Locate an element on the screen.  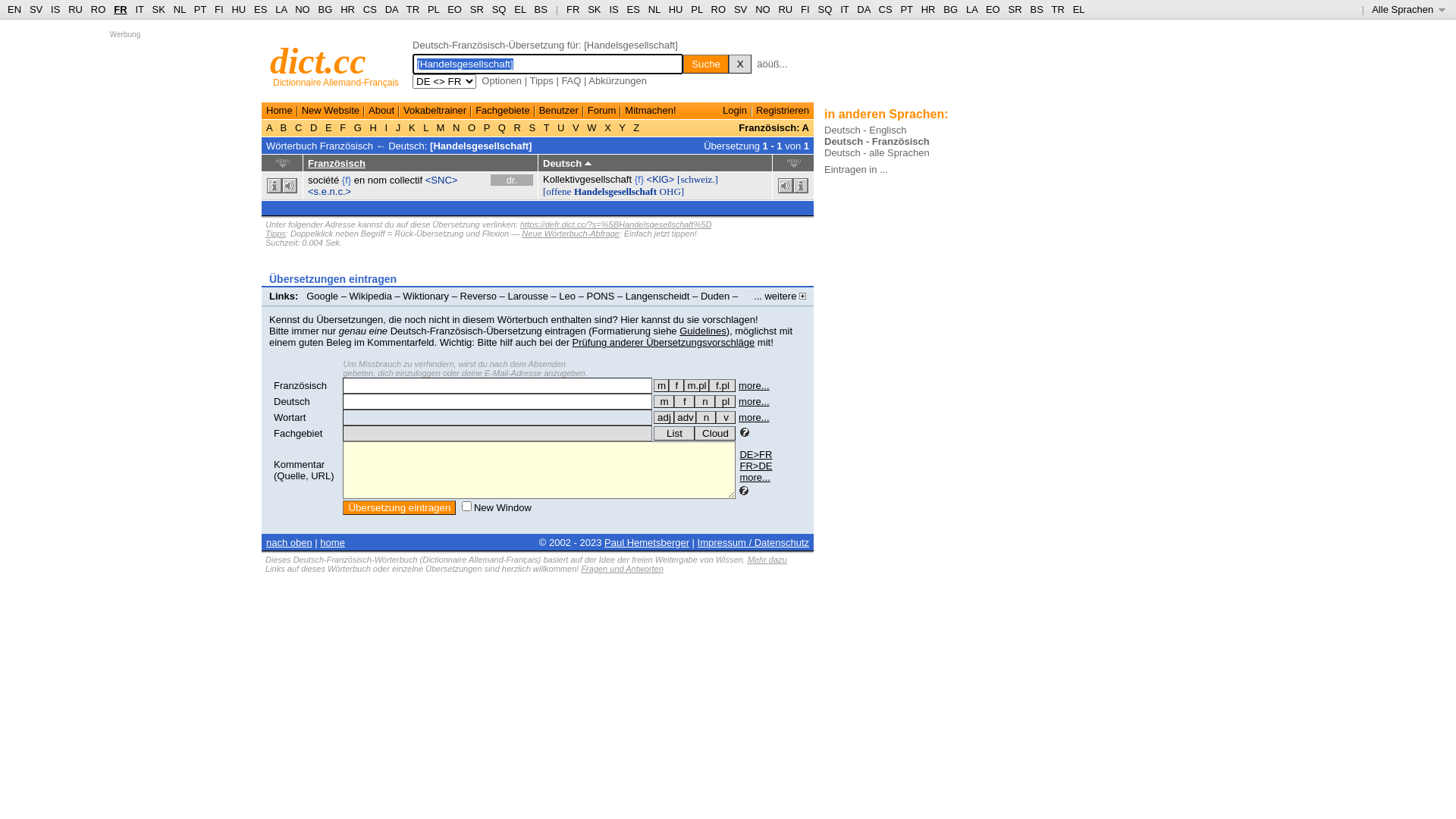
'Benutzer' is located at coordinates (558, 109).